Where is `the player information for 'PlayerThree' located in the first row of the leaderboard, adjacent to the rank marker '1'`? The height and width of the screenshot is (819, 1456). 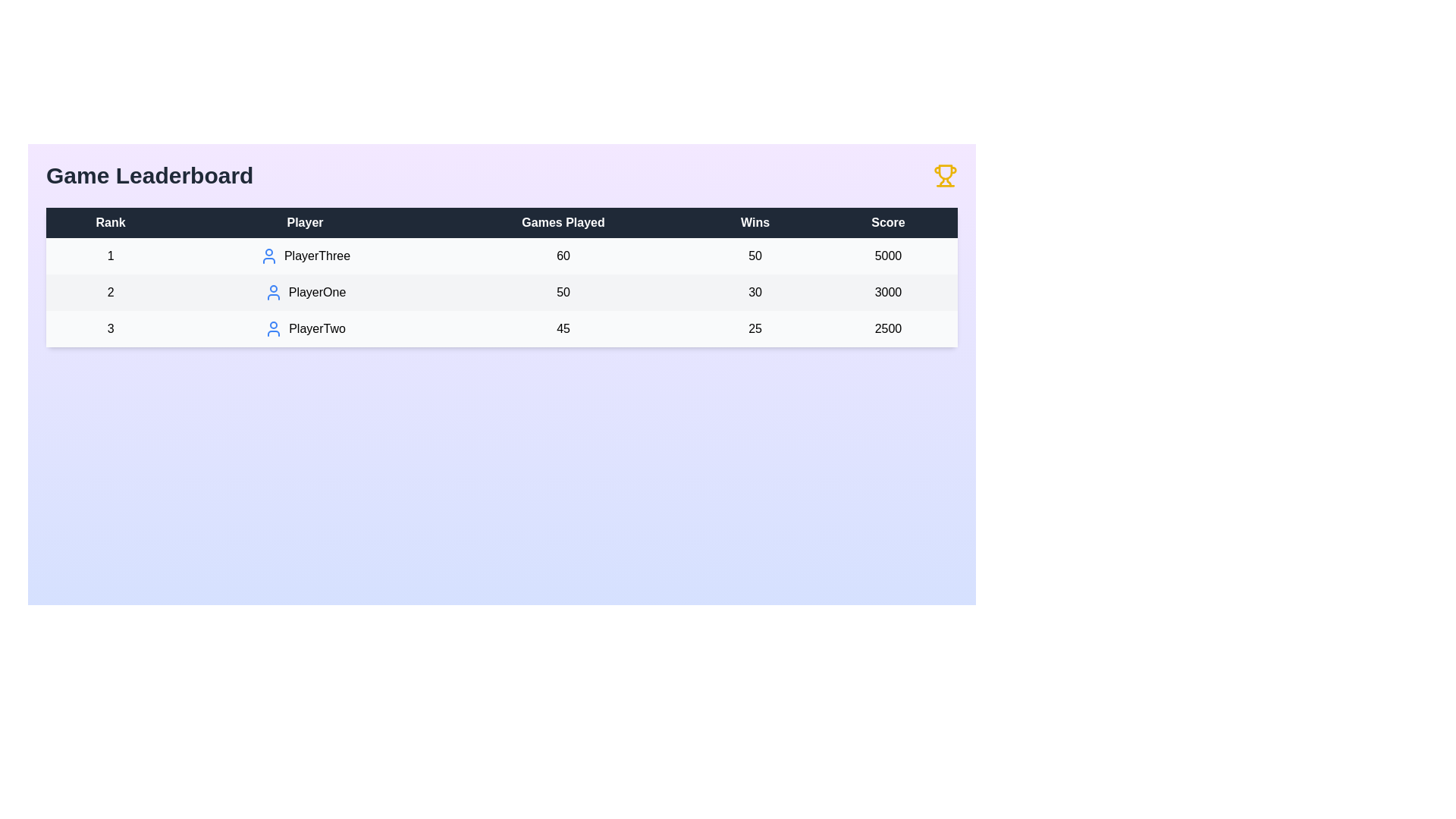 the player information for 'PlayerThree' located in the first row of the leaderboard, adjacent to the rank marker '1' is located at coordinates (304, 256).